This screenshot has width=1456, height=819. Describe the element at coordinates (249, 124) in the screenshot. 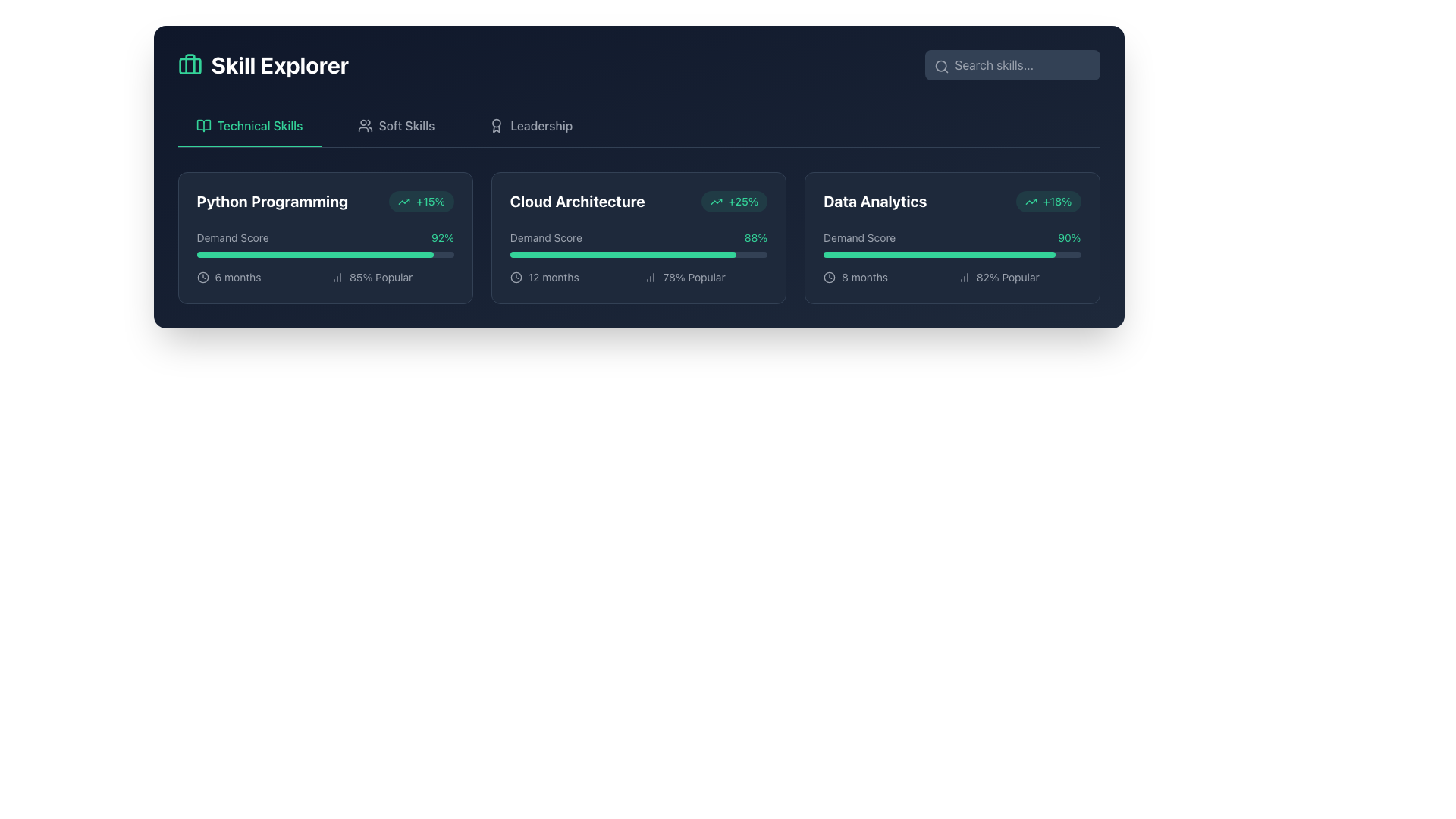

I see `the navigation button for the 'Technical Skills' section located in the top-left of the interface to update the main display area with technical skills-related information` at that location.